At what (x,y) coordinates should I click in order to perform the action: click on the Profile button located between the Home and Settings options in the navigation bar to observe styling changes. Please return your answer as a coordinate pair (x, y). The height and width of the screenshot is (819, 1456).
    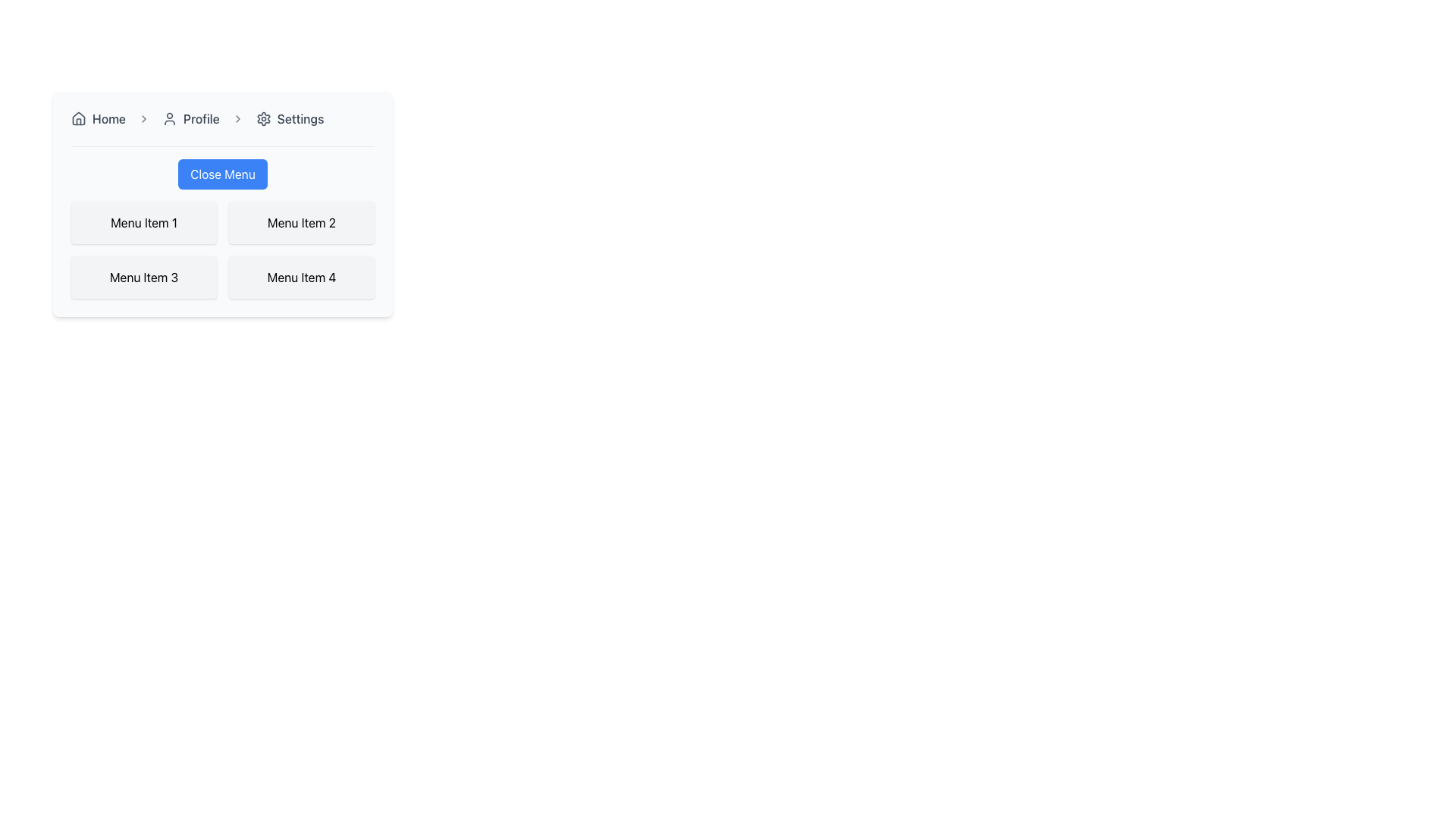
    Looking at the image, I should click on (190, 118).